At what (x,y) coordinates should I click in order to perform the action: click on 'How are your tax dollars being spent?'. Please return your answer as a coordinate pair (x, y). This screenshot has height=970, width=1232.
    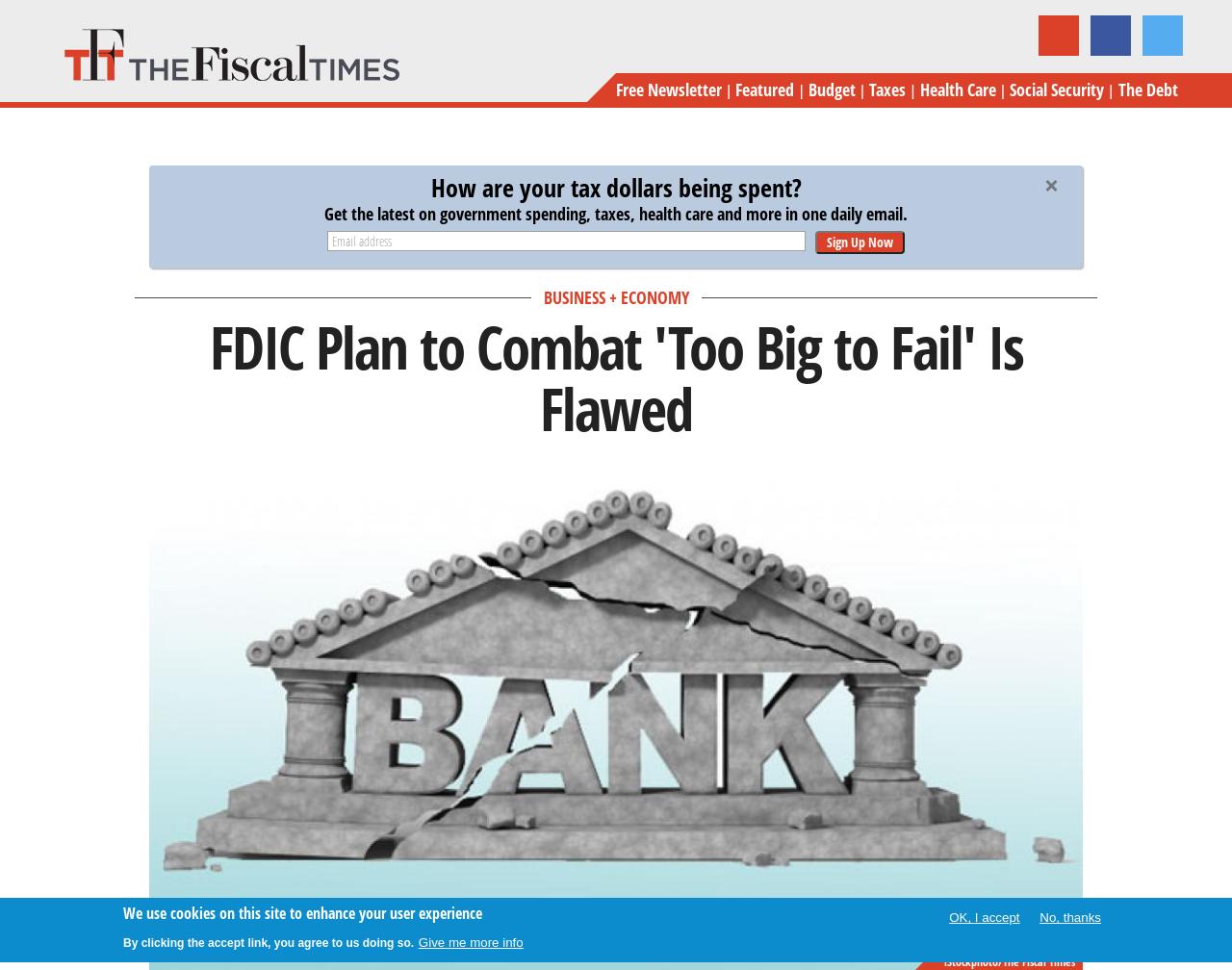
    Looking at the image, I should click on (614, 188).